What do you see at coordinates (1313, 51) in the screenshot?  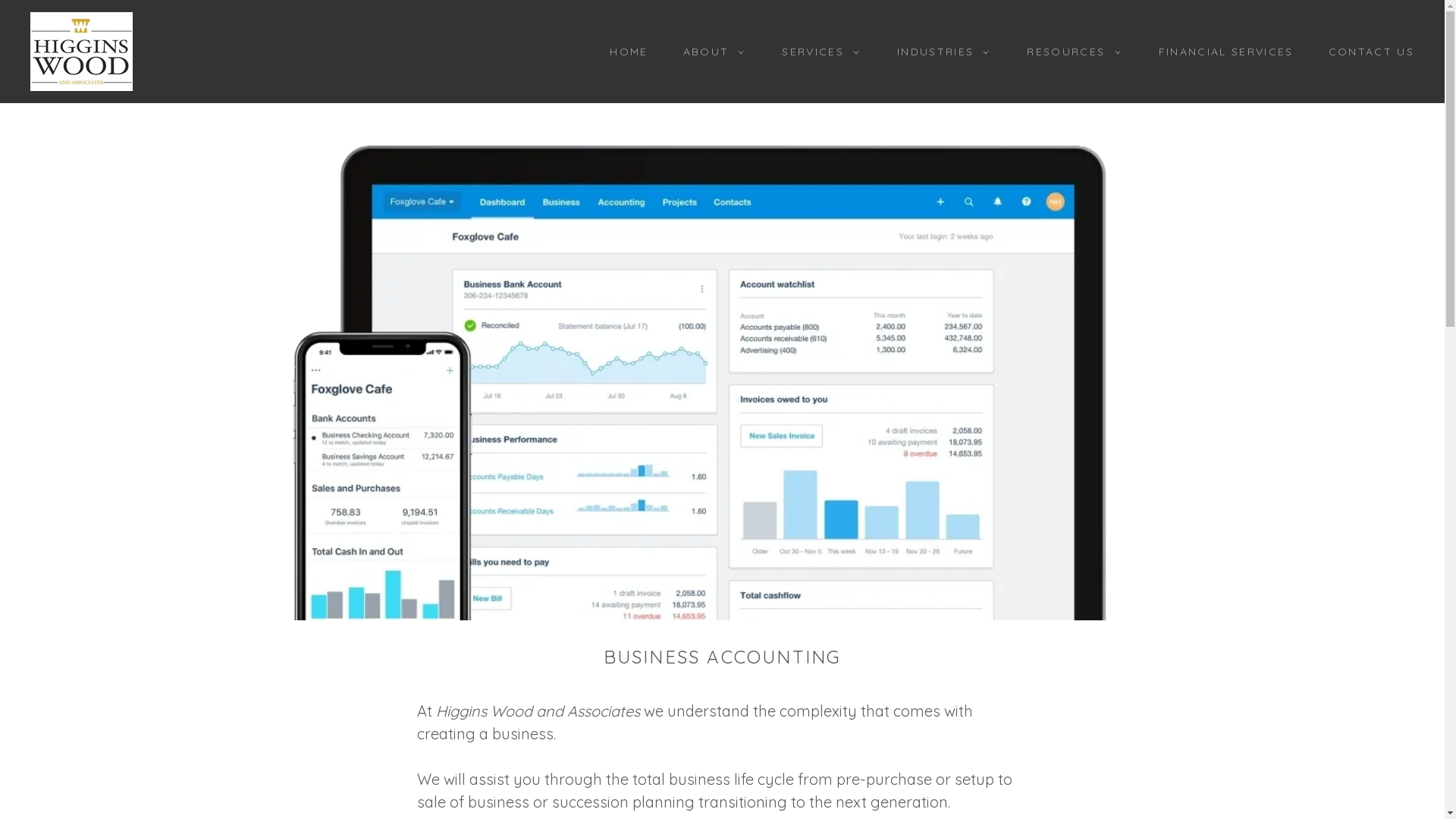 I see `'CONTACT US'` at bounding box center [1313, 51].